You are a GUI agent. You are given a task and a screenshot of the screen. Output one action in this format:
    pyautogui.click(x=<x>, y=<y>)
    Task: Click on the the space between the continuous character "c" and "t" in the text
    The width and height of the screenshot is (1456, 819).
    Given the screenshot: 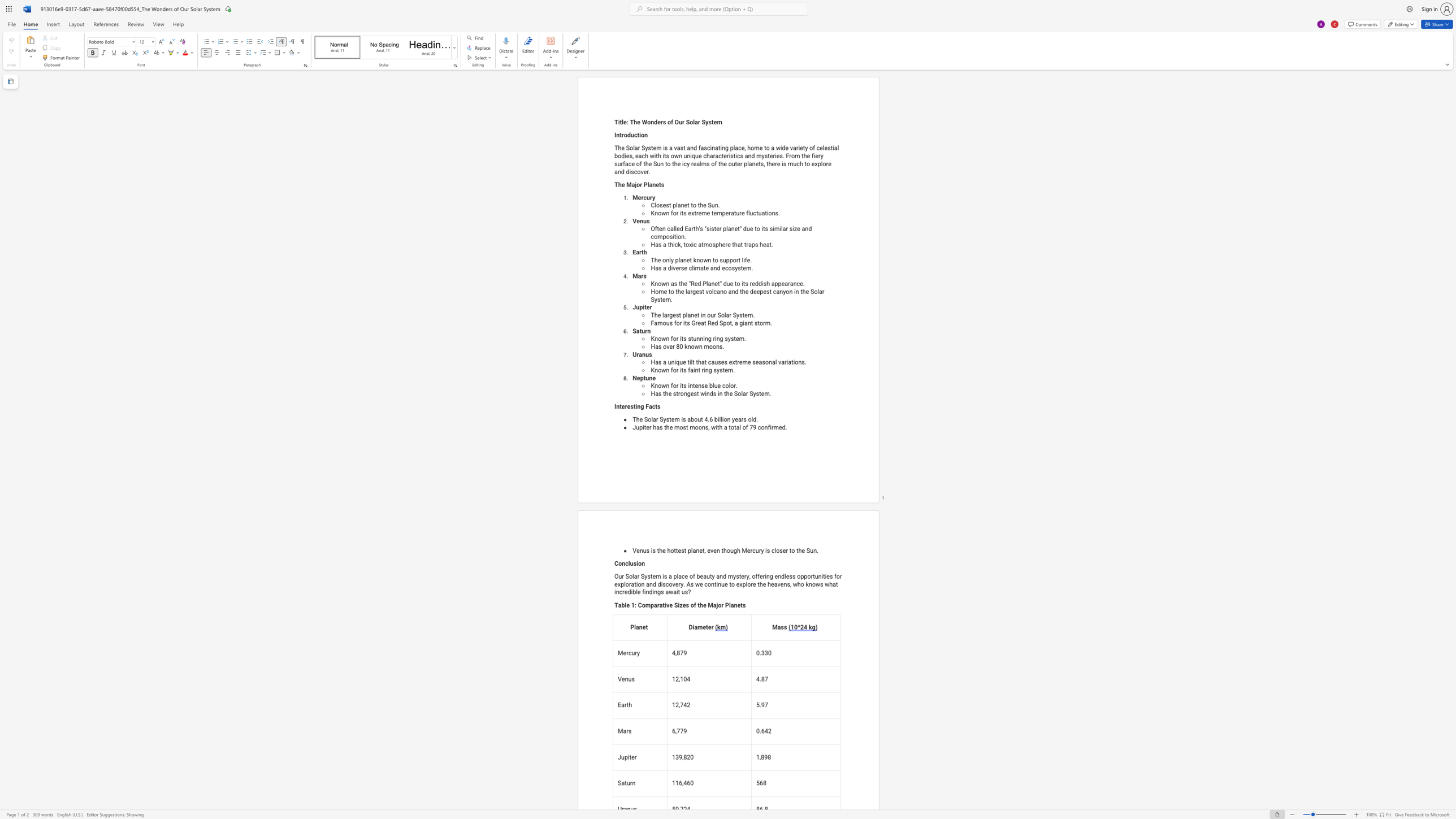 What is the action you would take?
    pyautogui.click(x=637, y=135)
    